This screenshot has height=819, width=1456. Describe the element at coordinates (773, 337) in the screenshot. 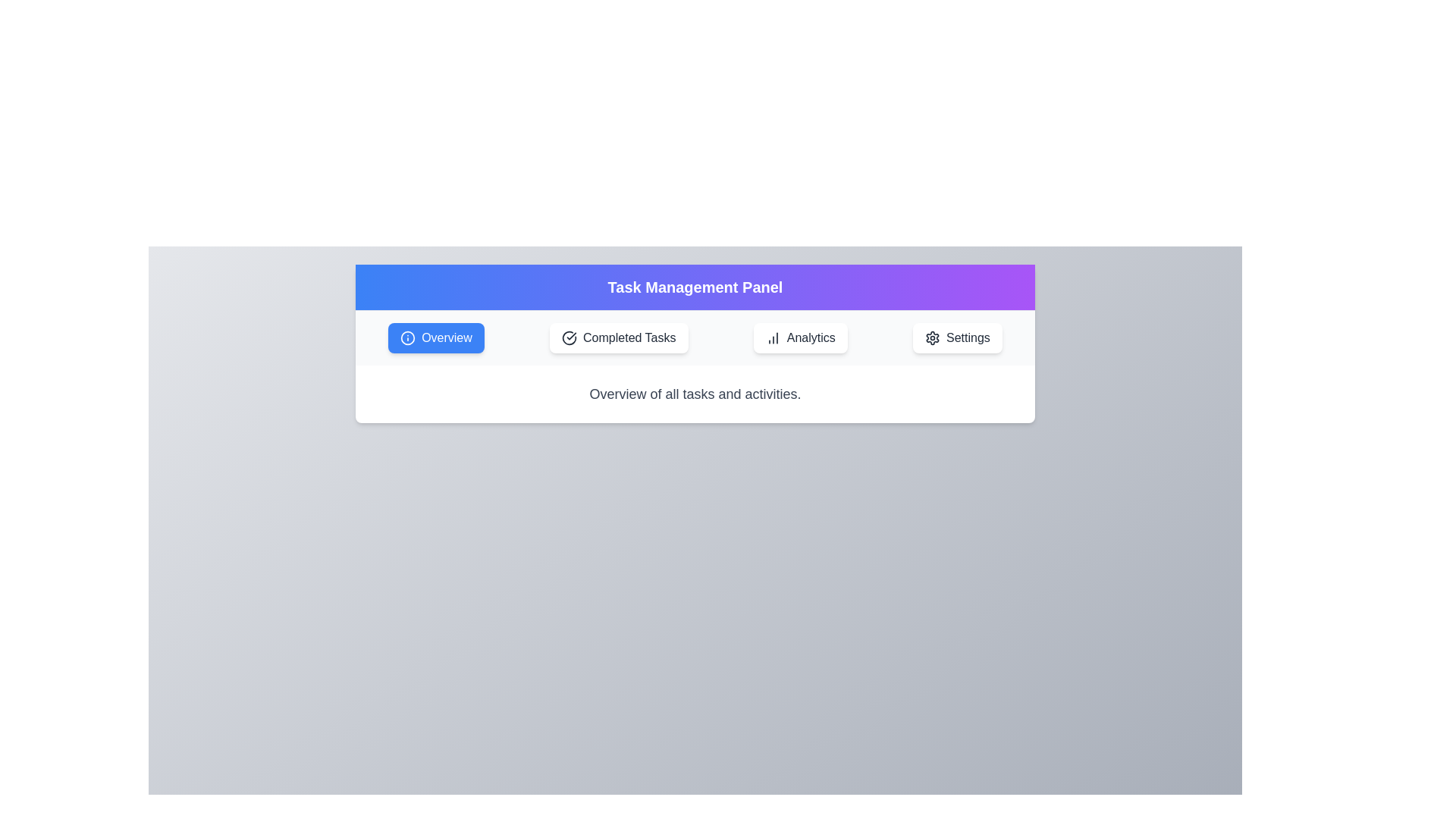

I see `the 'Analytics' icon located in the top navigation bar, which is adjacent to the text 'Analytics' and is the third button from the left` at that location.